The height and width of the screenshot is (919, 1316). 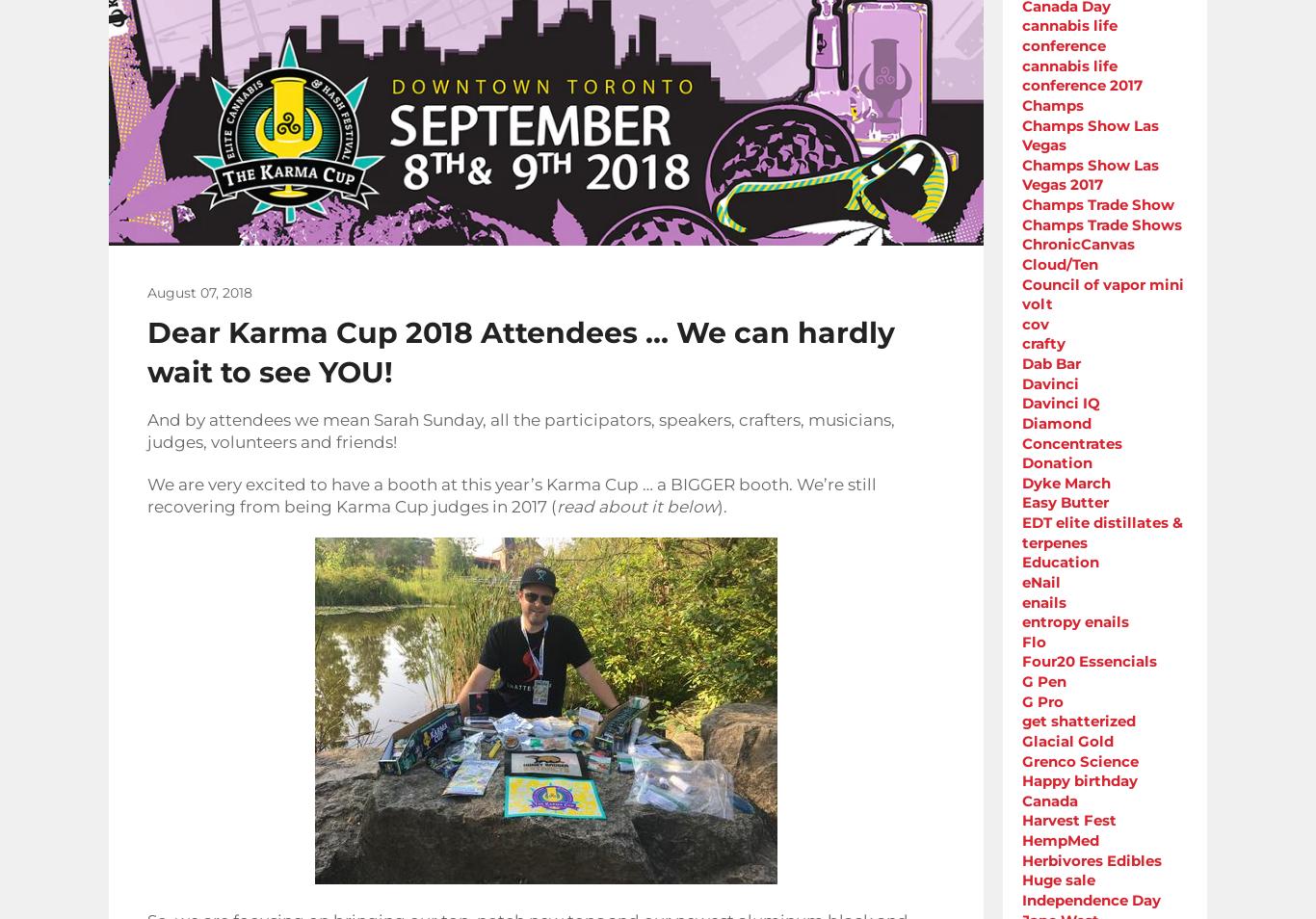 What do you see at coordinates (1074, 620) in the screenshot?
I see `'entropy enails'` at bounding box center [1074, 620].